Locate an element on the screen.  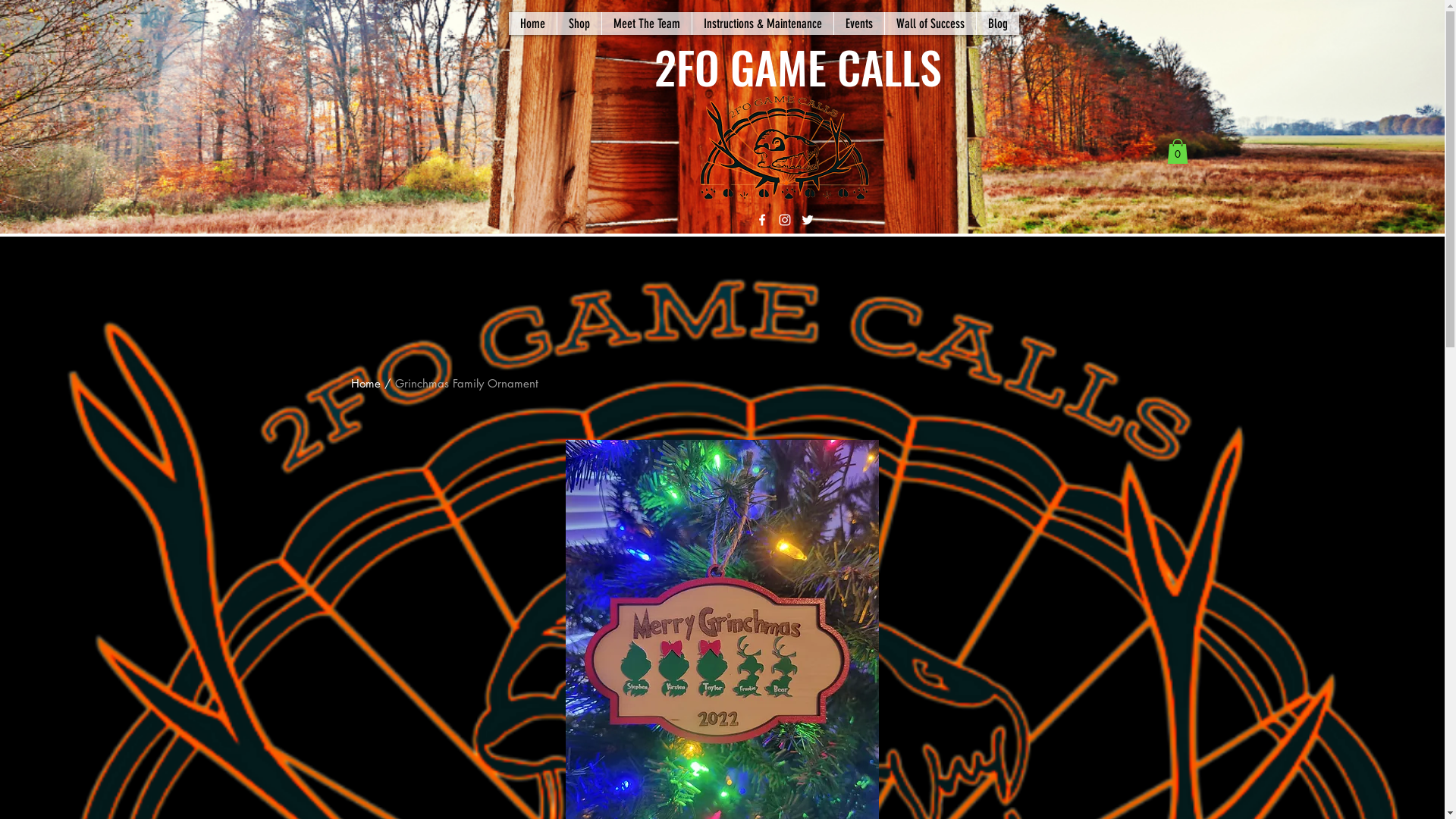
'Wall of Success' is located at coordinates (929, 23).